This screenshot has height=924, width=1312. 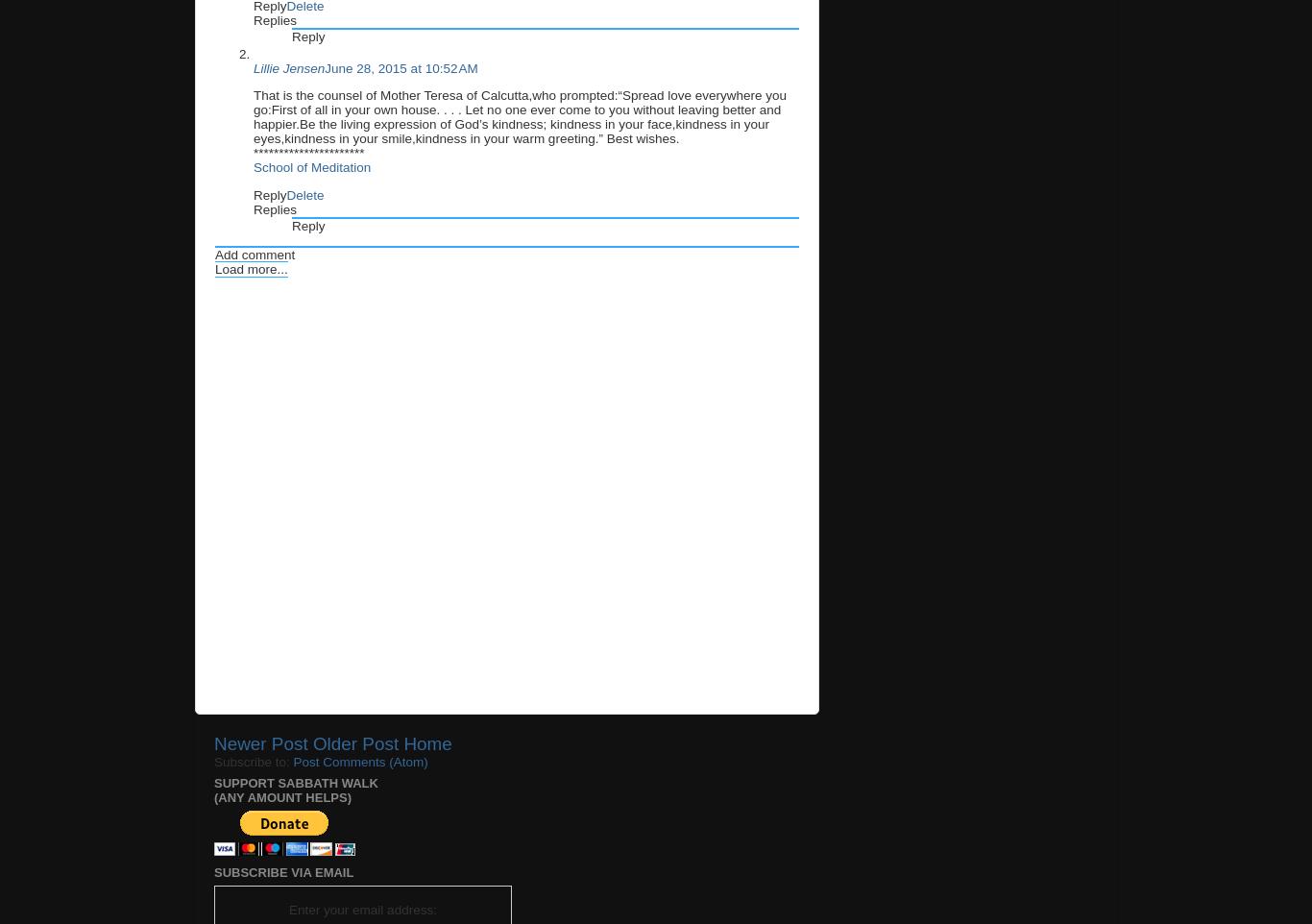 I want to click on 'Home', so click(x=426, y=742).